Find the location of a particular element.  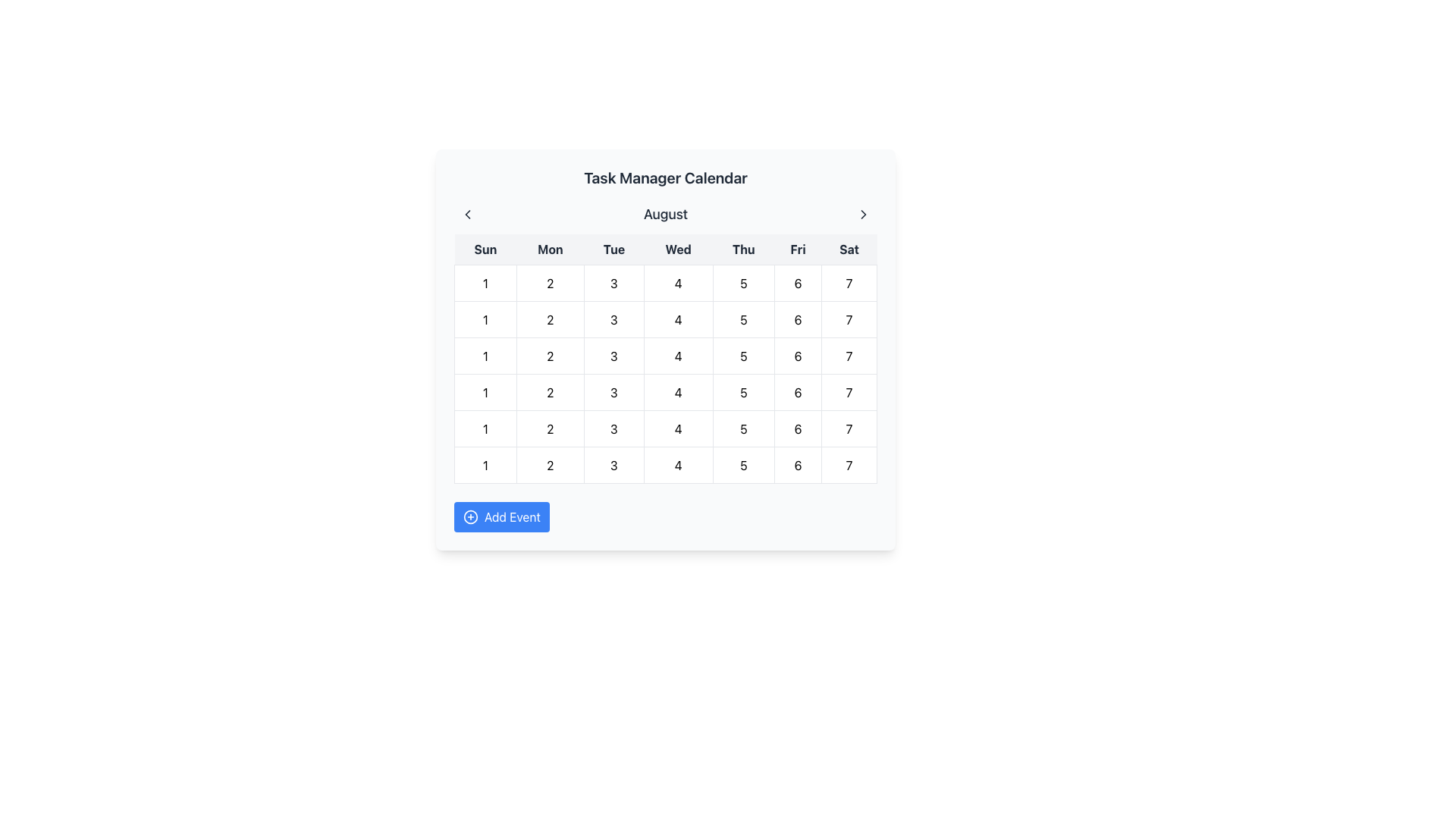

the static text element displaying the calendar date for the 7th day of the month located under the 'Sat' header in the calendar grid is located at coordinates (849, 283).